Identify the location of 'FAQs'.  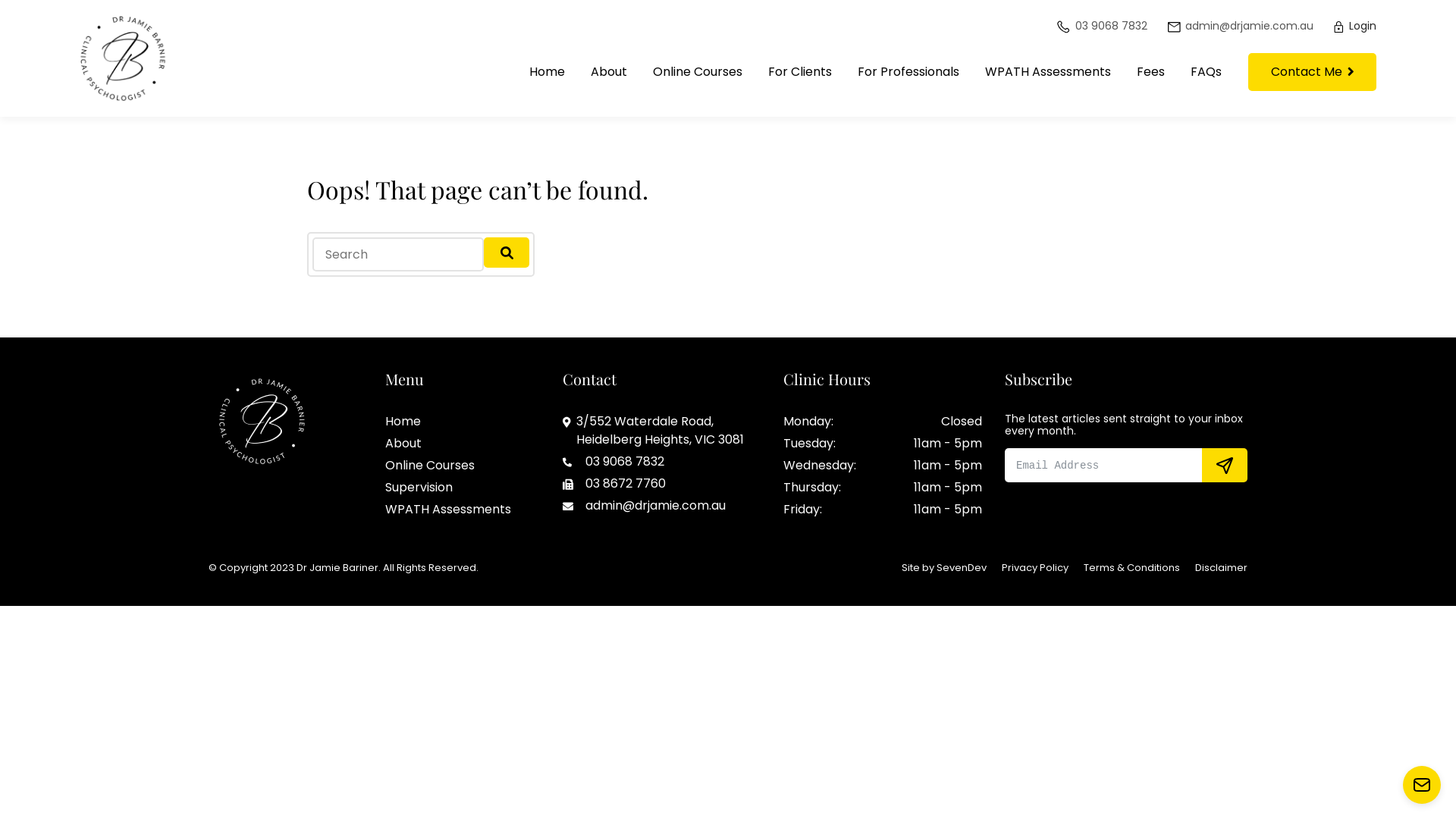
(1178, 72).